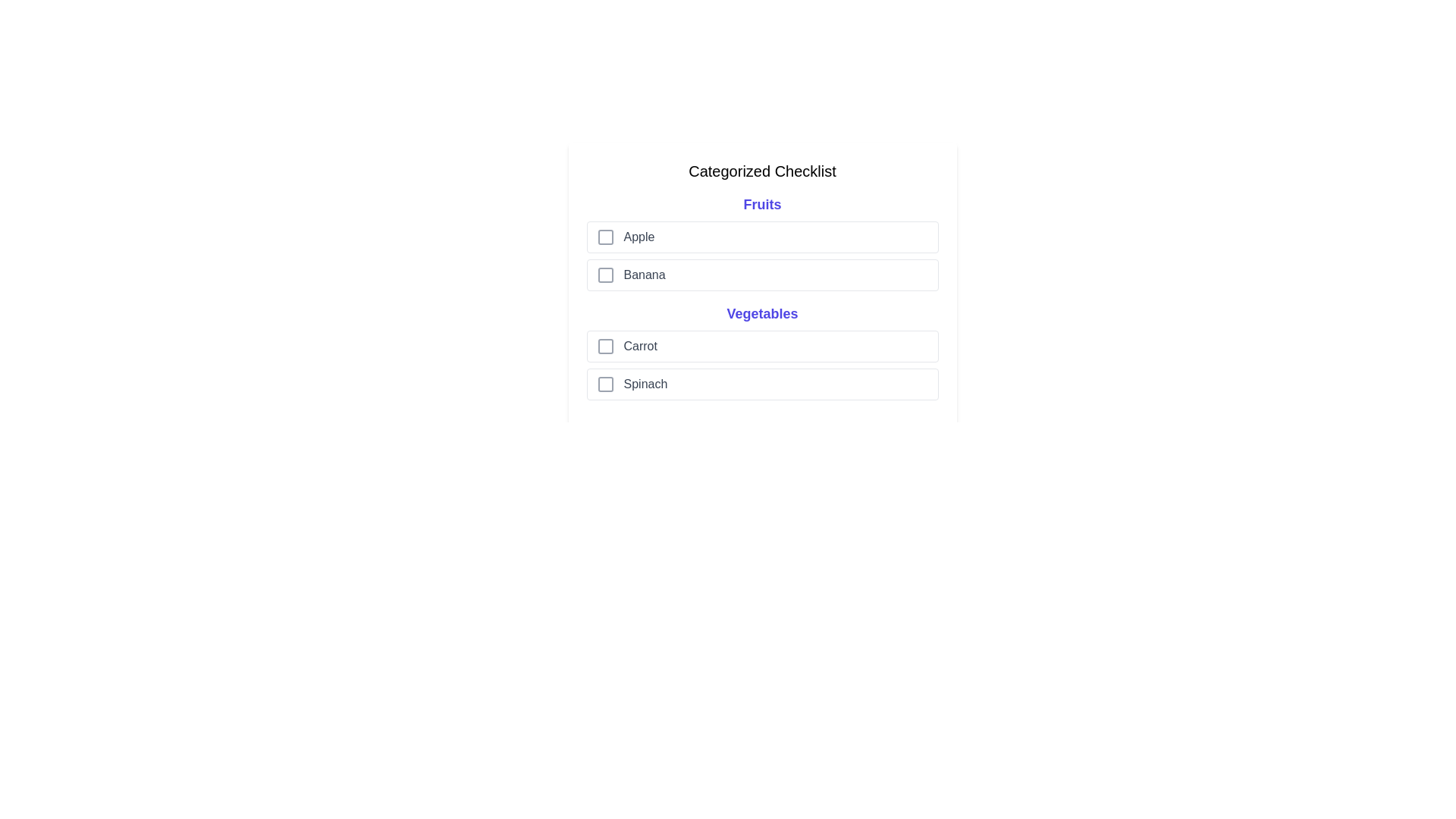 The width and height of the screenshot is (1456, 819). Describe the element at coordinates (762, 312) in the screenshot. I see `the 'Vegetables' text label, which is styled in large bold indigo font and serves as the title header above the list of items` at that location.